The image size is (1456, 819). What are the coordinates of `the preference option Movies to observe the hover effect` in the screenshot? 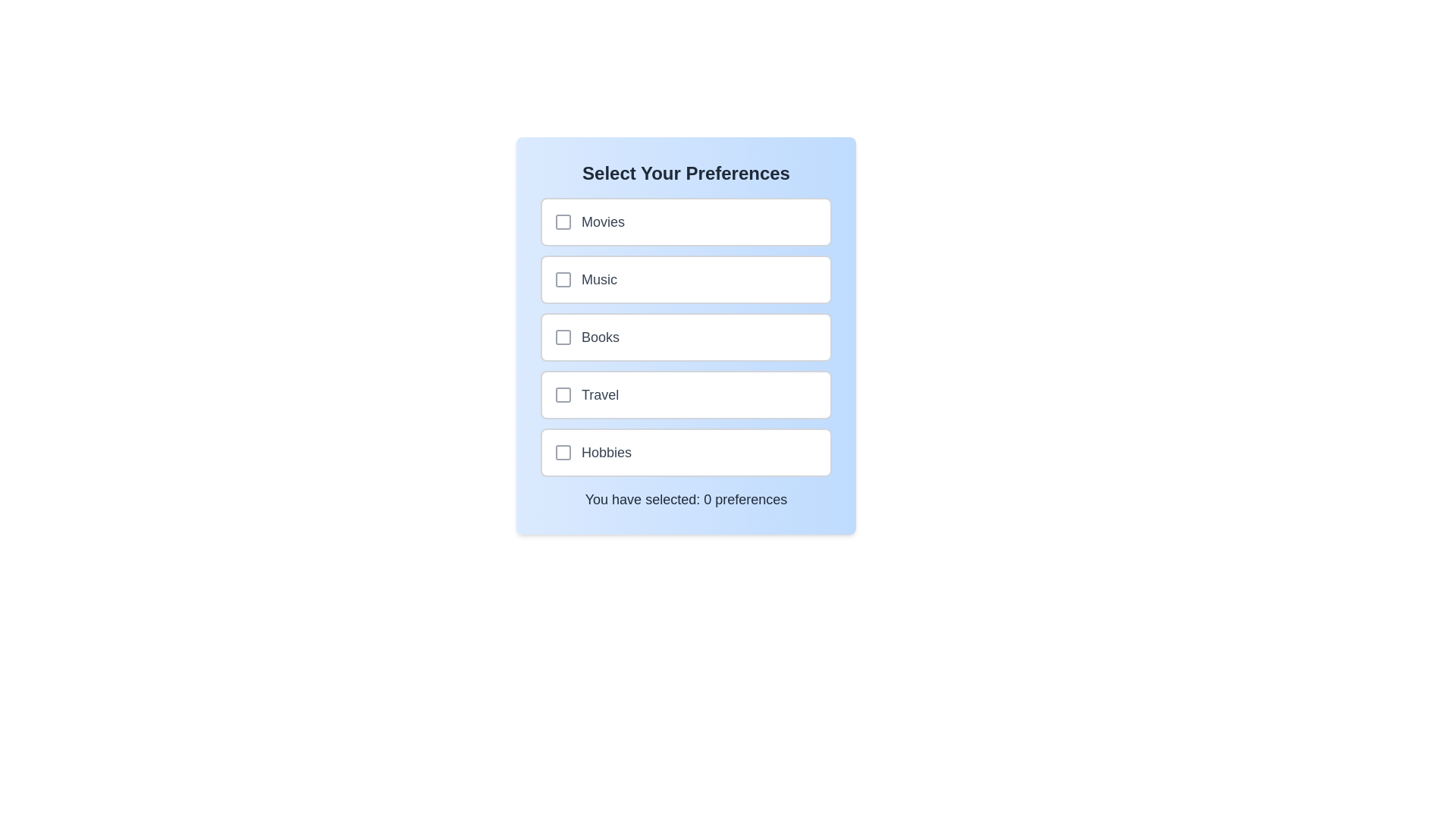 It's located at (686, 222).